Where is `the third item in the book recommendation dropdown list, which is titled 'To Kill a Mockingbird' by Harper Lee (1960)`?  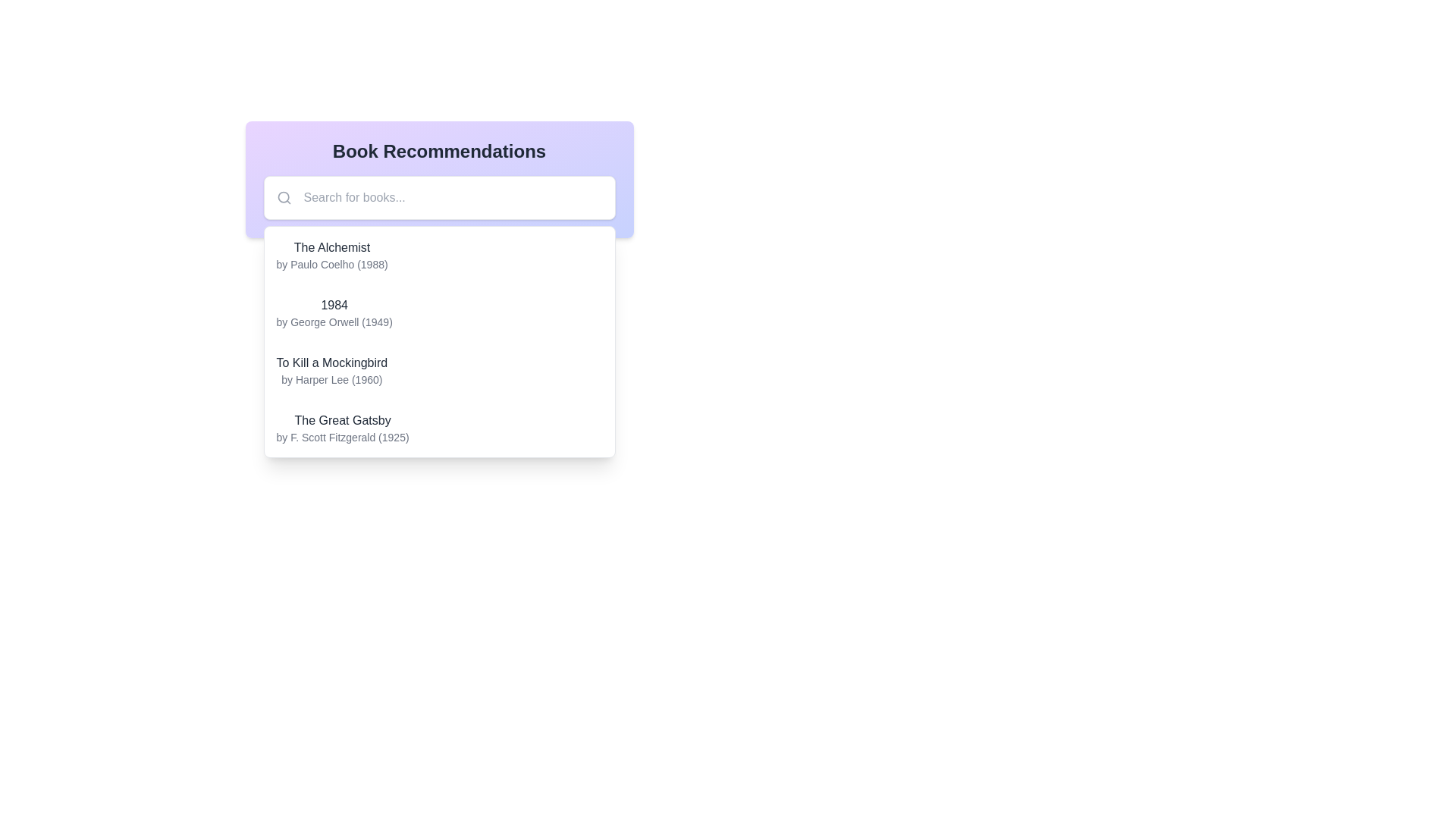 the third item in the book recommendation dropdown list, which is titled 'To Kill a Mockingbird' by Harper Lee (1960) is located at coordinates (438, 371).